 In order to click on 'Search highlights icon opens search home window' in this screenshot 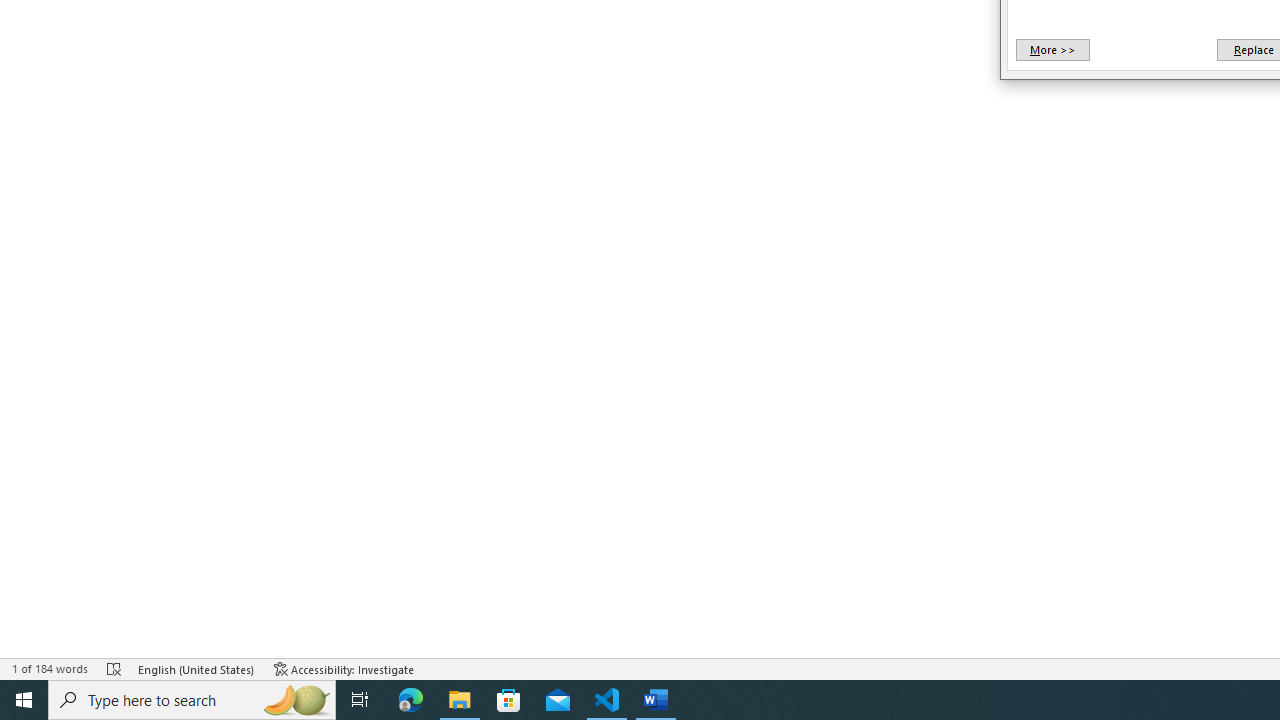, I will do `click(294, 698)`.